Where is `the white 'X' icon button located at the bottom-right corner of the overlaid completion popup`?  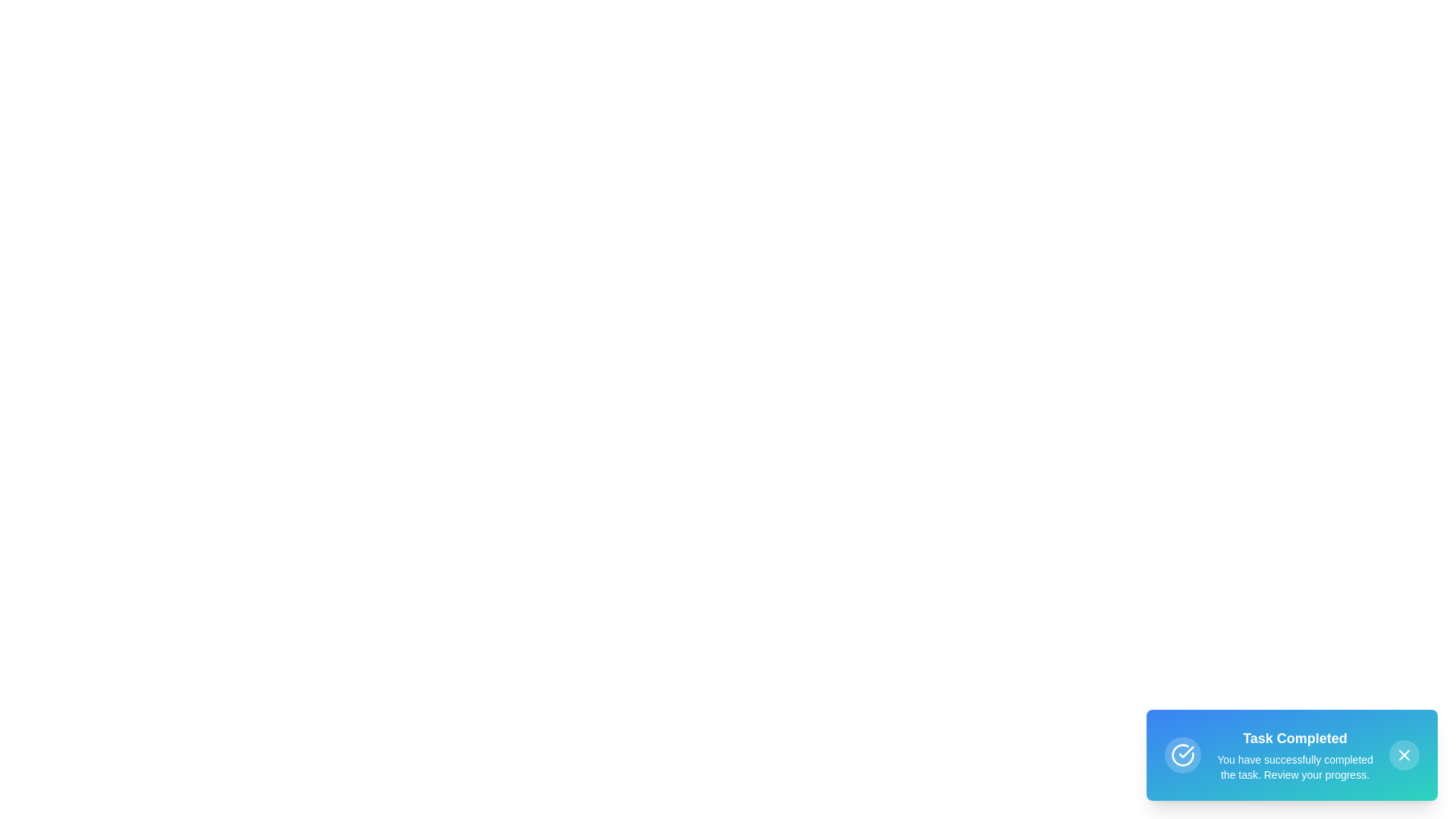 the white 'X' icon button located at the bottom-right corner of the overlaid completion popup is located at coordinates (1404, 755).